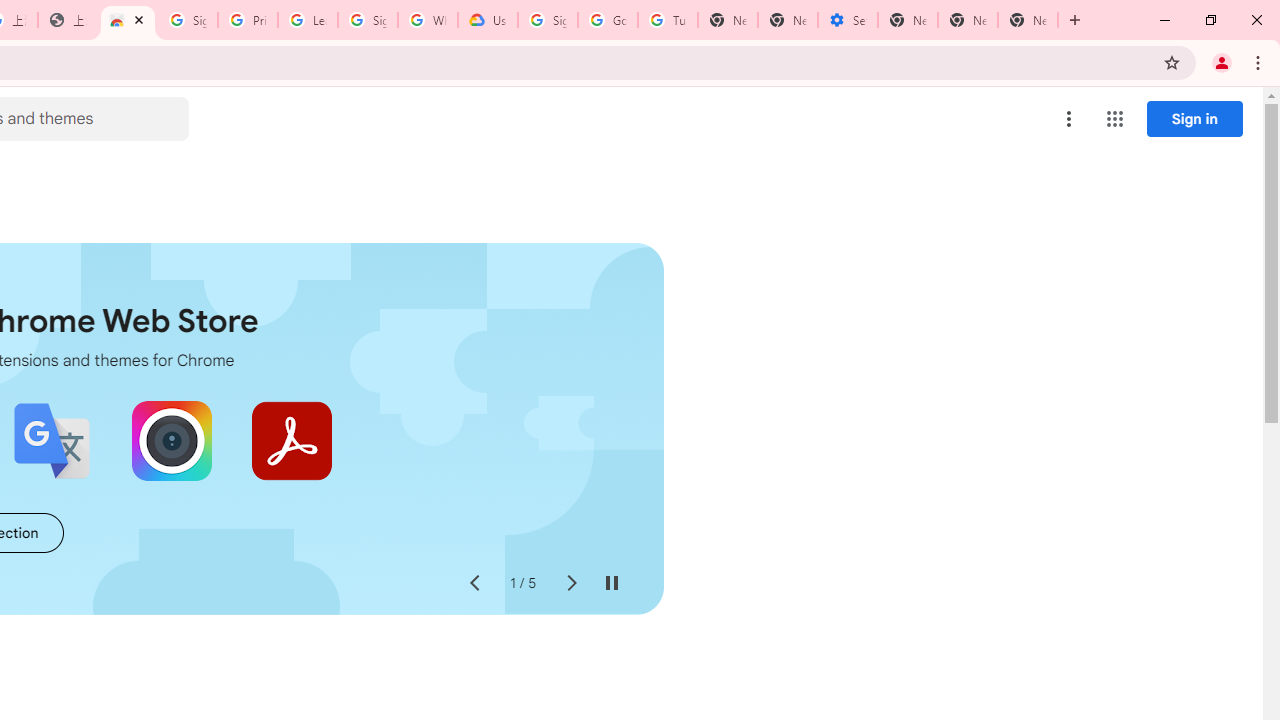 The width and height of the screenshot is (1280, 720). What do you see at coordinates (848, 20) in the screenshot?
I see `'Settings - Addresses and more'` at bounding box center [848, 20].